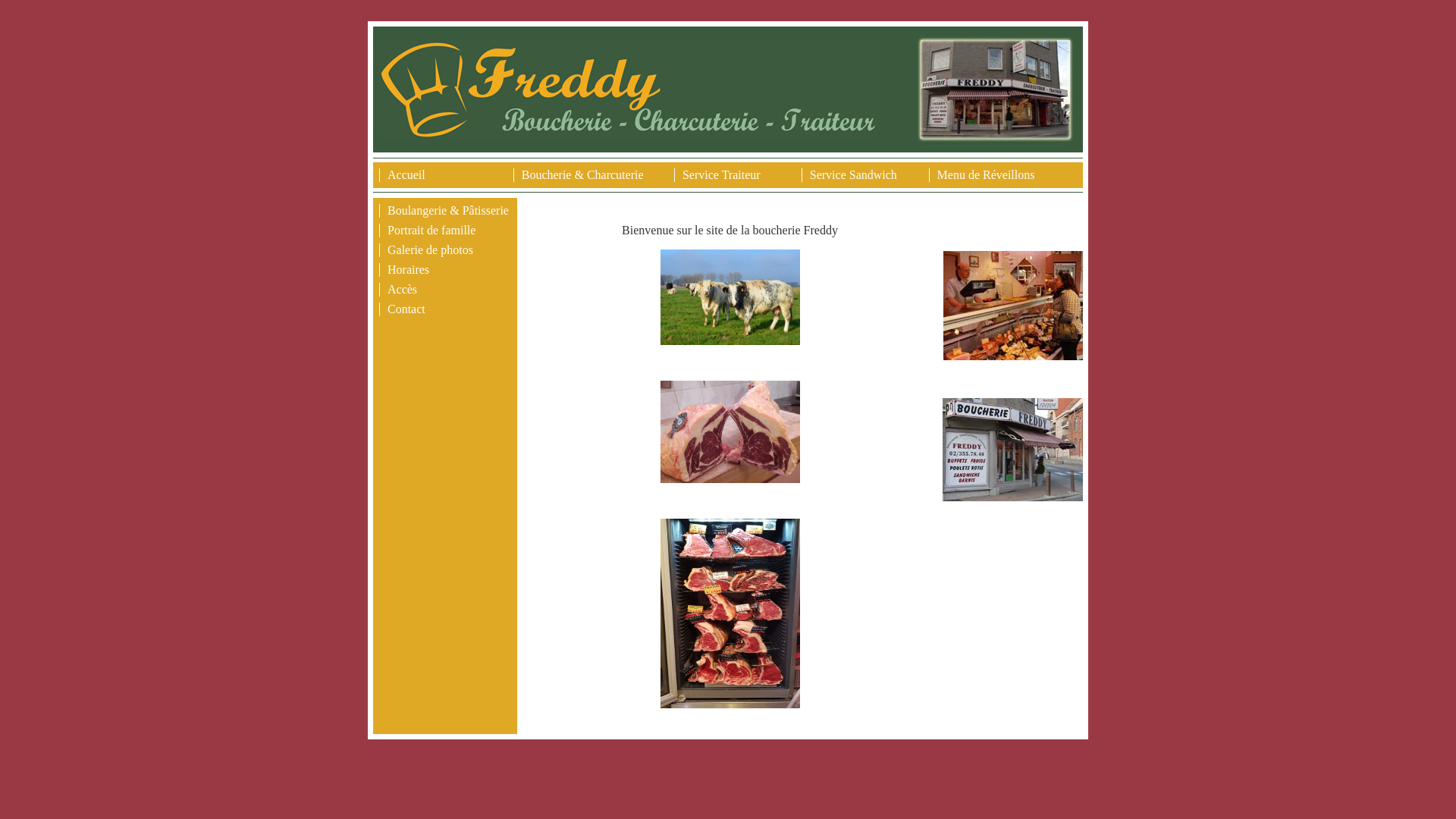 This screenshot has width=1456, height=819. Describe the element at coordinates (429, 249) in the screenshot. I see `'Galerie de photos'` at that location.